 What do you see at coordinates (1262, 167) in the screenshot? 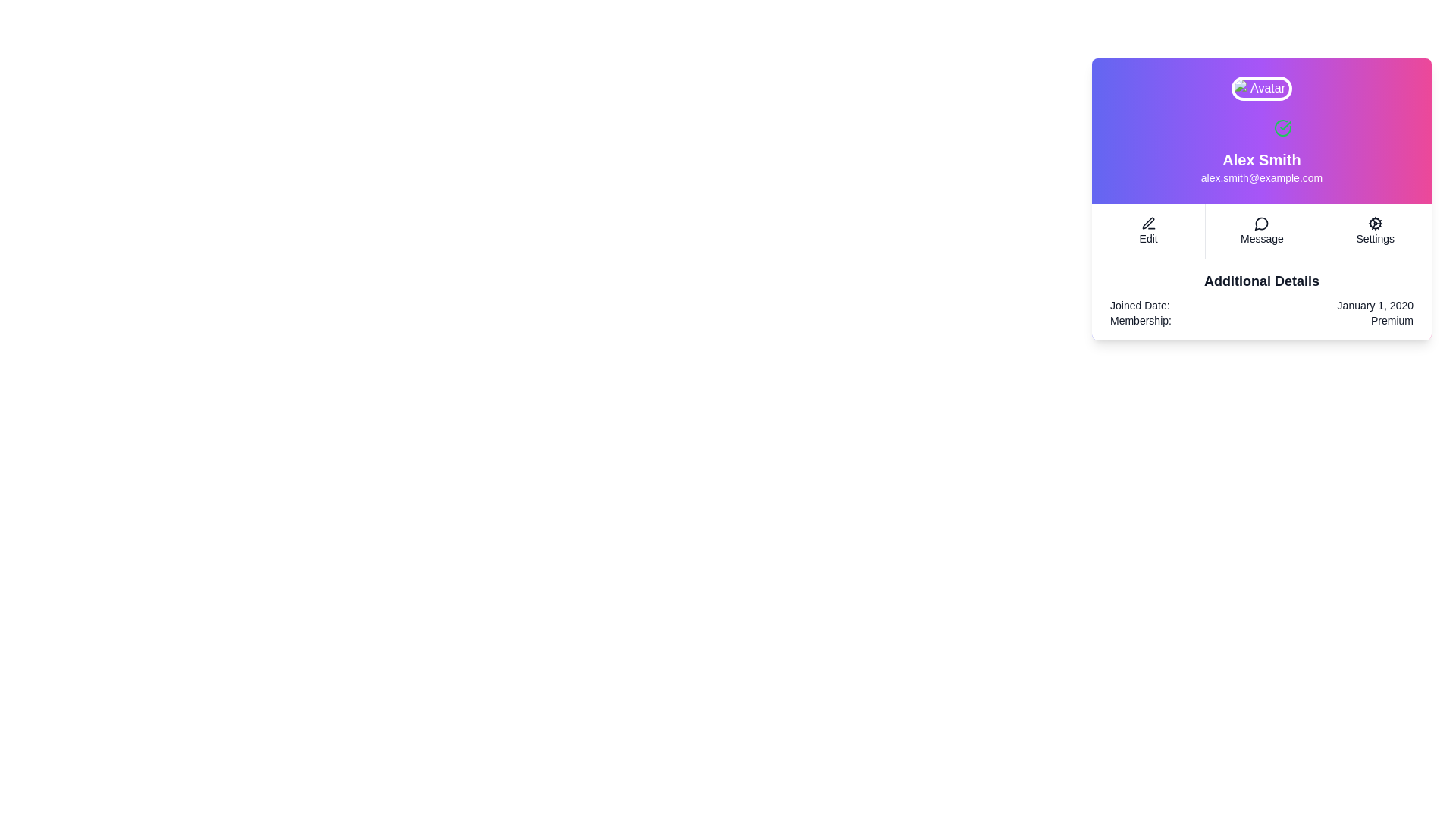
I see `the text display element that shows the user's name and email address, located below the avatar image and icon checkmark, and is the second text element in the card's vertical arrangement` at bounding box center [1262, 167].